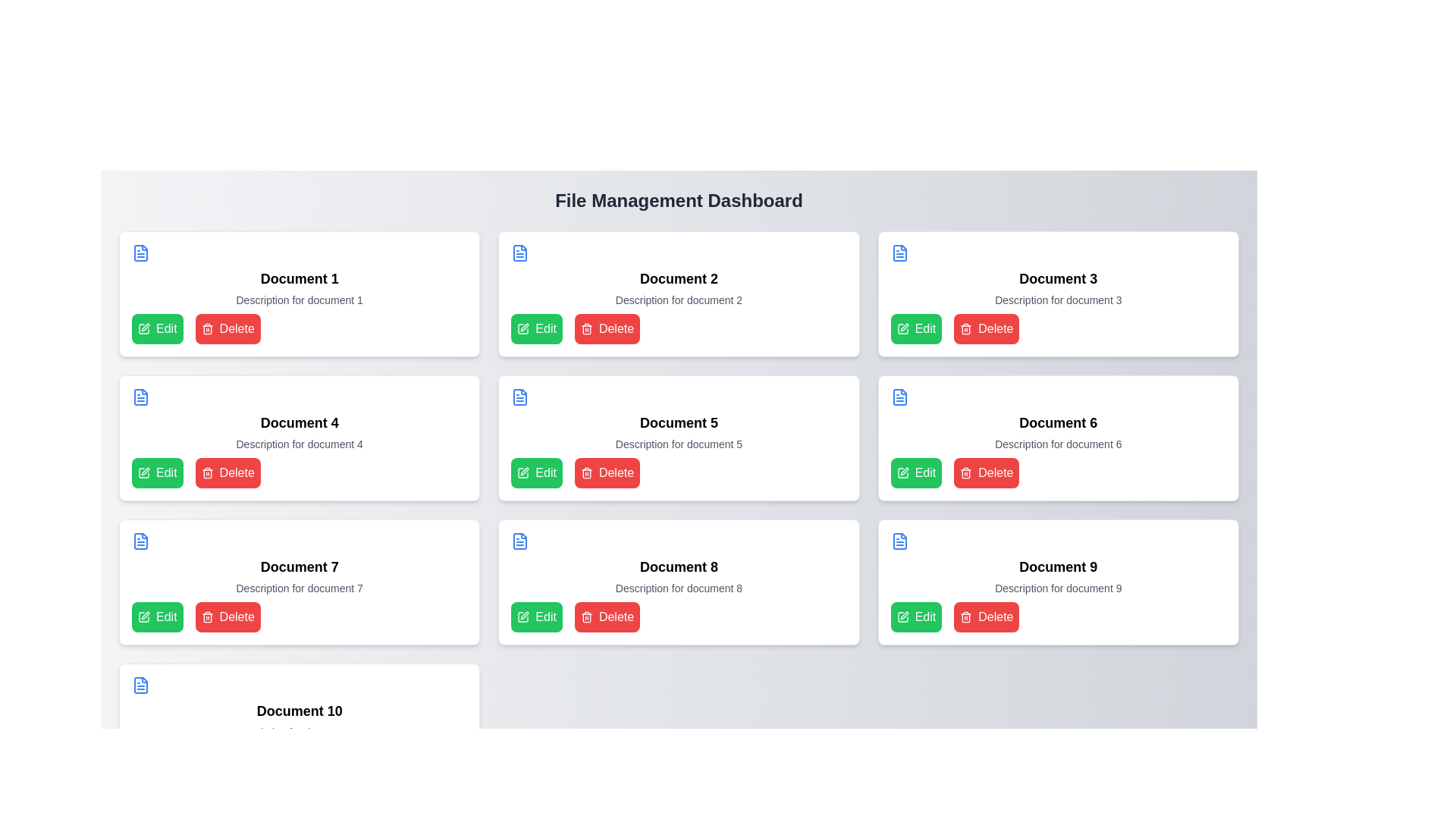 The width and height of the screenshot is (1456, 819). What do you see at coordinates (899, 540) in the screenshot?
I see `the small blue document icon within the card labeled 'Document 9' in the File Management Dashboard` at bounding box center [899, 540].